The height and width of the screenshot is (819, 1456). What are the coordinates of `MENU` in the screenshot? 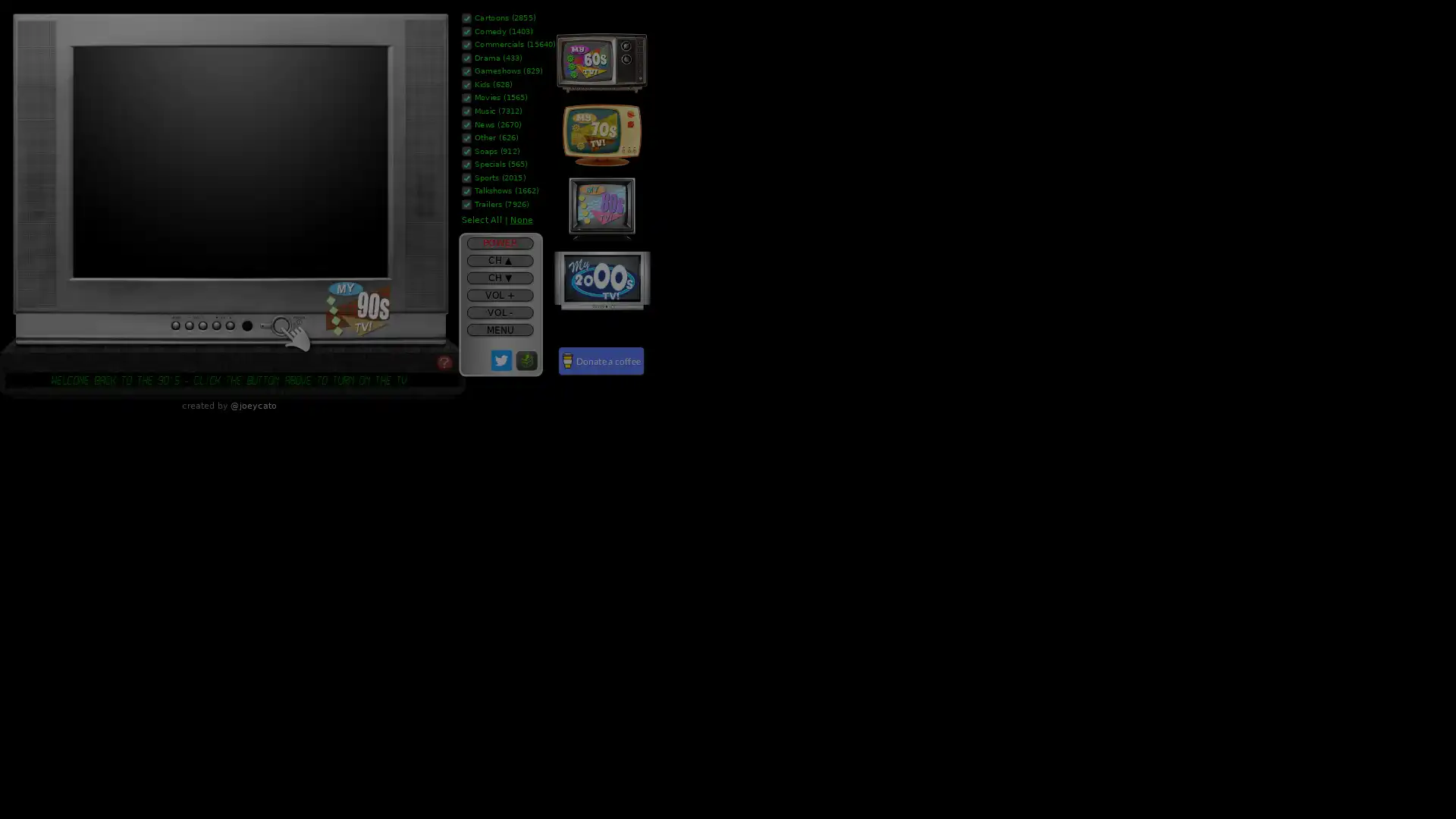 It's located at (499, 329).